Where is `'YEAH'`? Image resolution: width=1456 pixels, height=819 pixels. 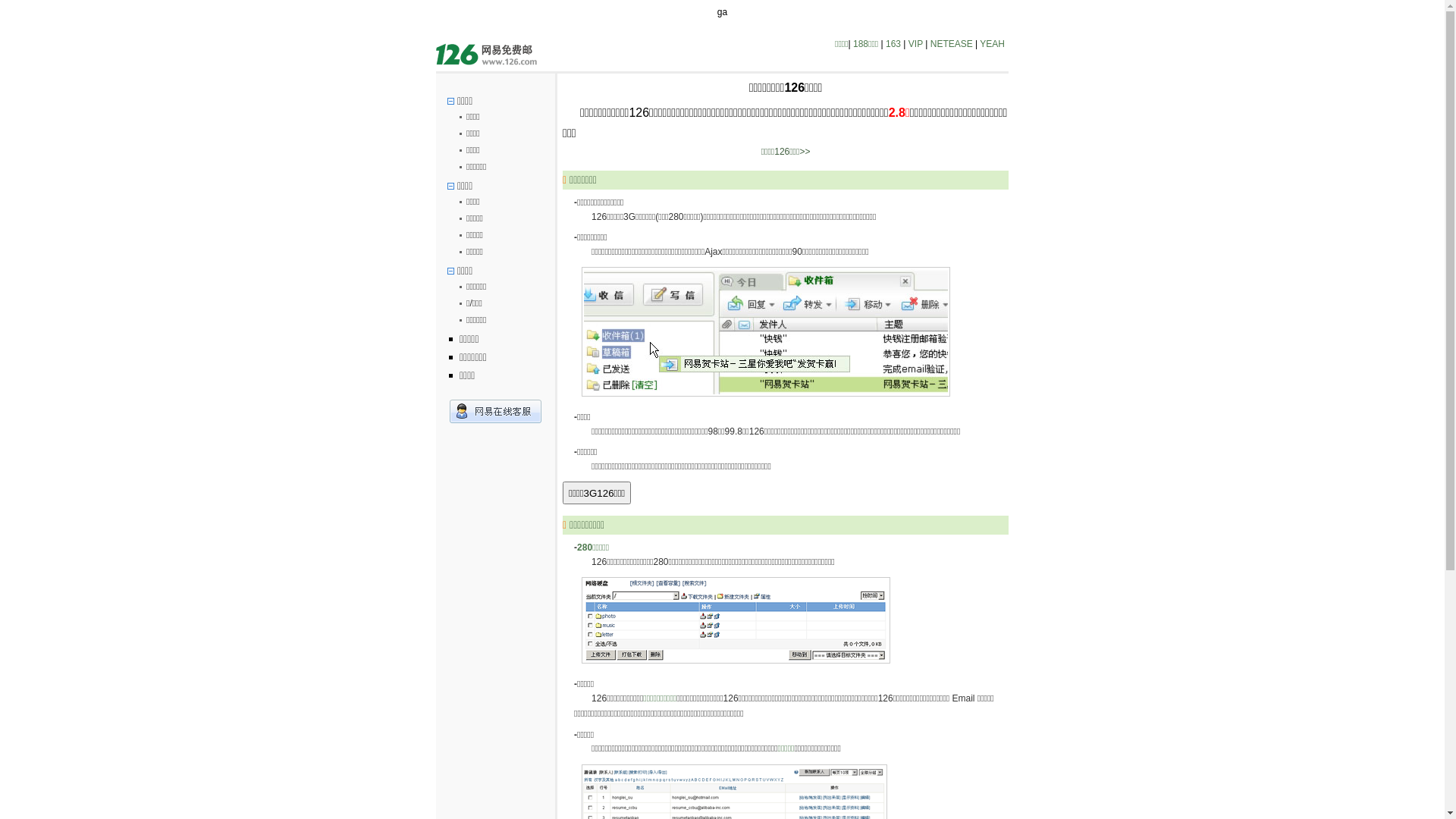
'YEAH' is located at coordinates (992, 42).